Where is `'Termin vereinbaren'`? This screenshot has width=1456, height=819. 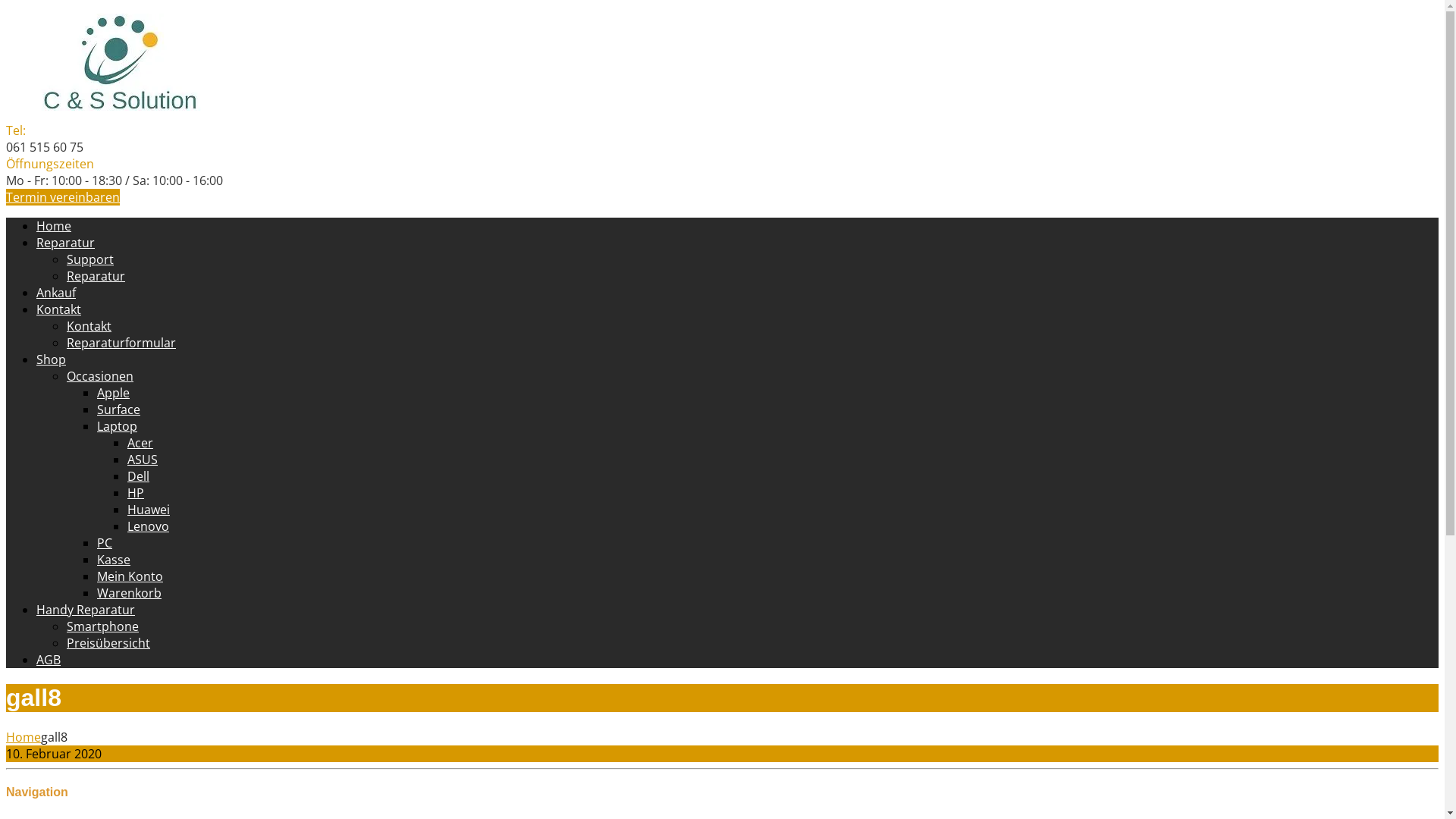
'Termin vereinbaren' is located at coordinates (61, 196).